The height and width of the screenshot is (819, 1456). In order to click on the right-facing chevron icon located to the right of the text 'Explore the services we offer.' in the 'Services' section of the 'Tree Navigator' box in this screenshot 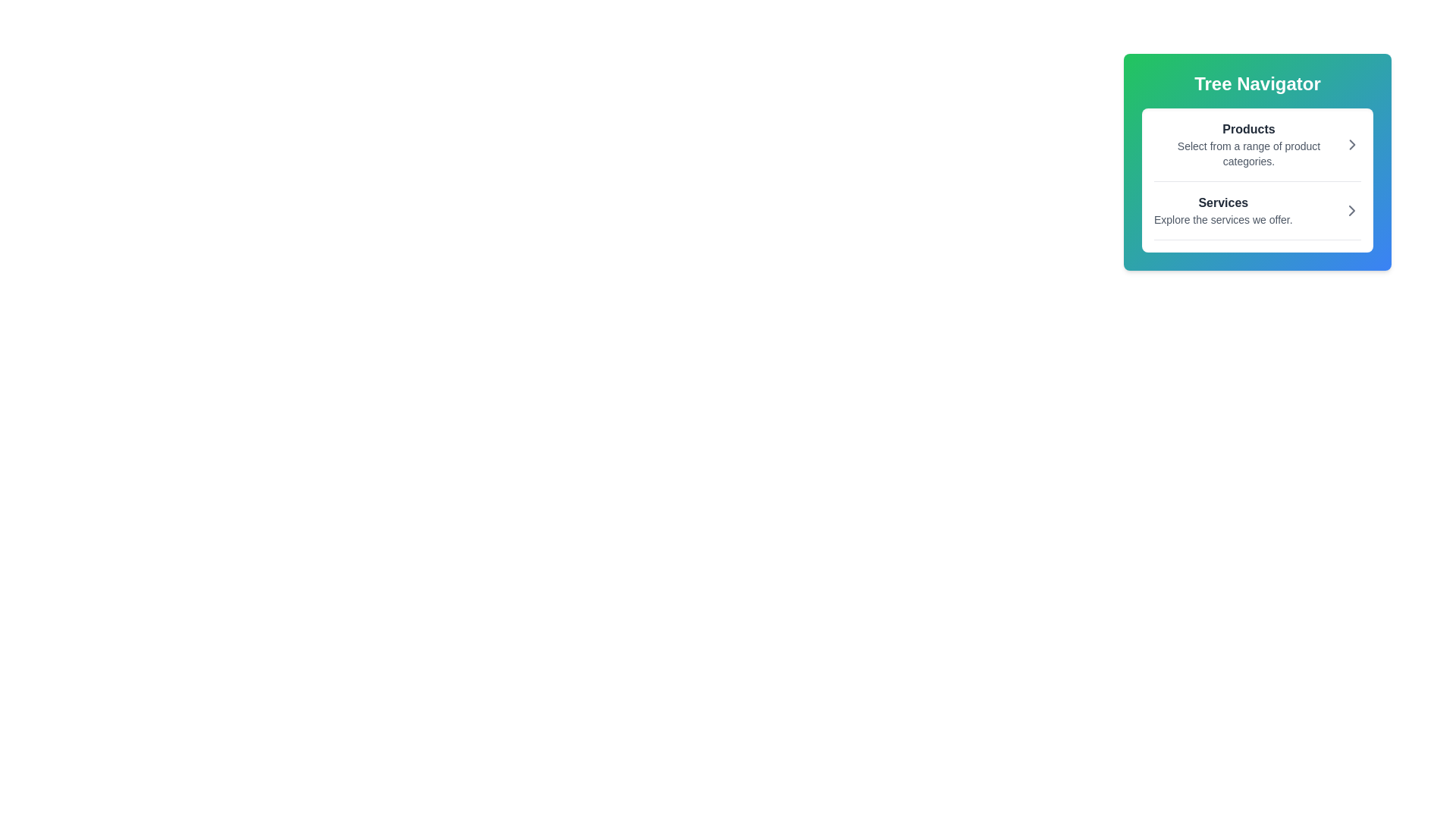, I will do `click(1351, 210)`.